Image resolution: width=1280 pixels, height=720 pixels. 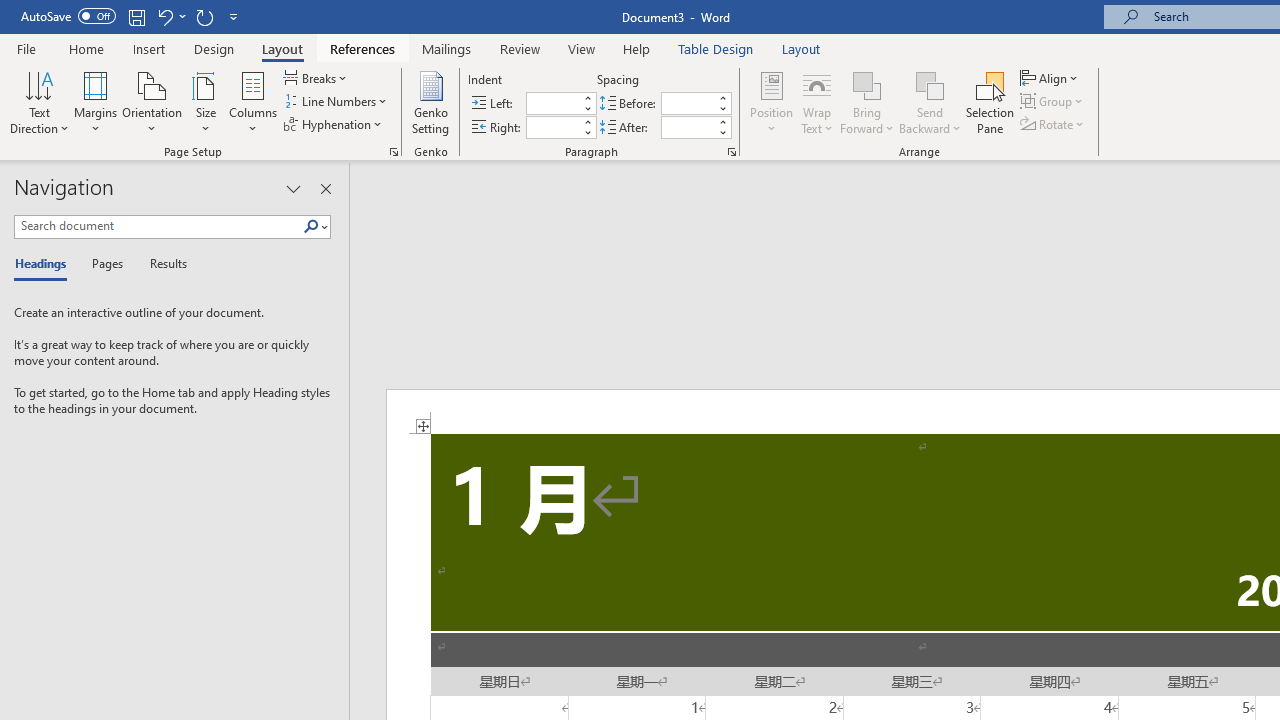 I want to click on 'Close pane', so click(x=325, y=189).